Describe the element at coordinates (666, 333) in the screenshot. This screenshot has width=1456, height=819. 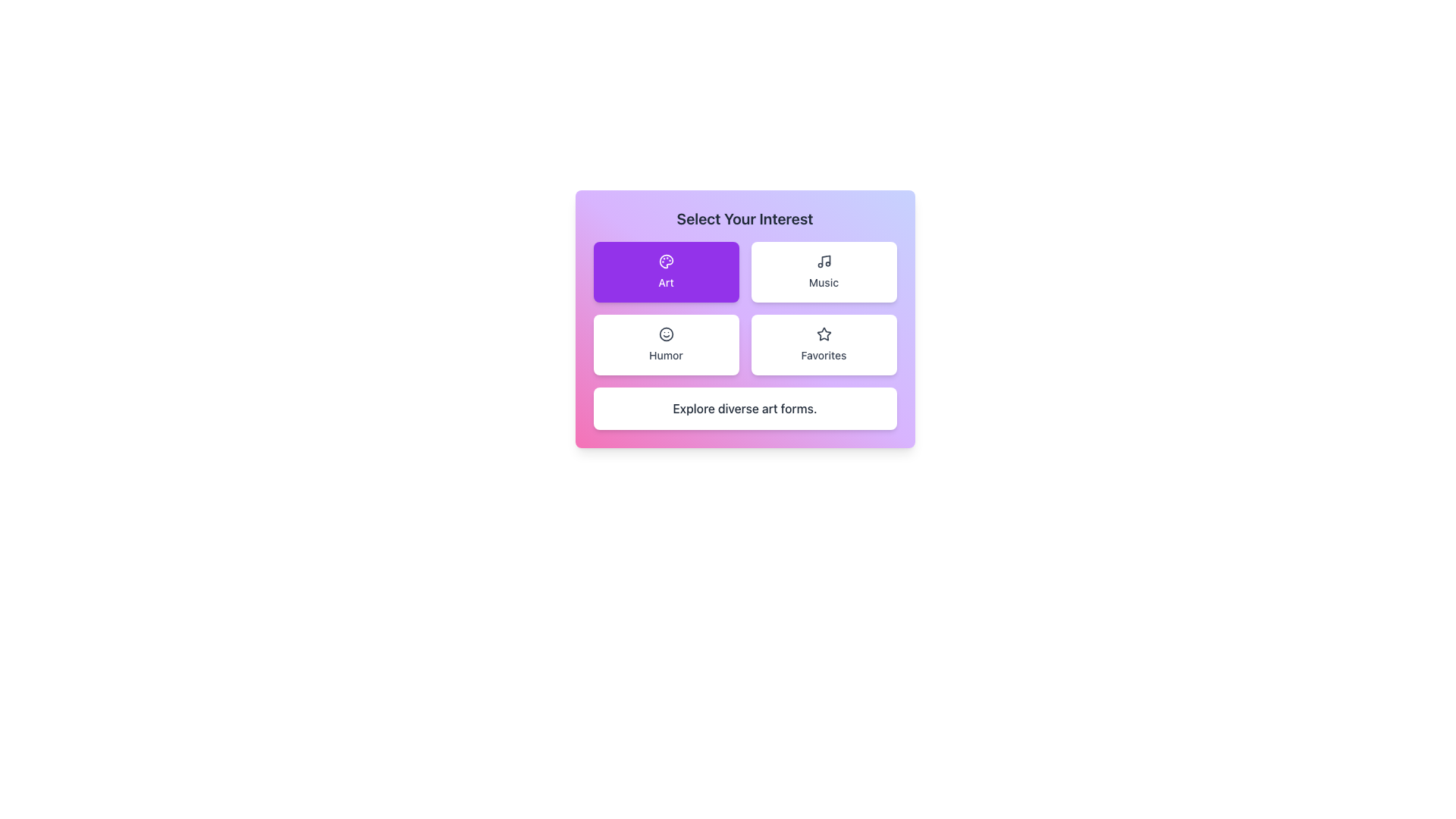
I see `the main circular structure of the smiley face icon, which serves a decorative function to indicate humor or fun` at that location.